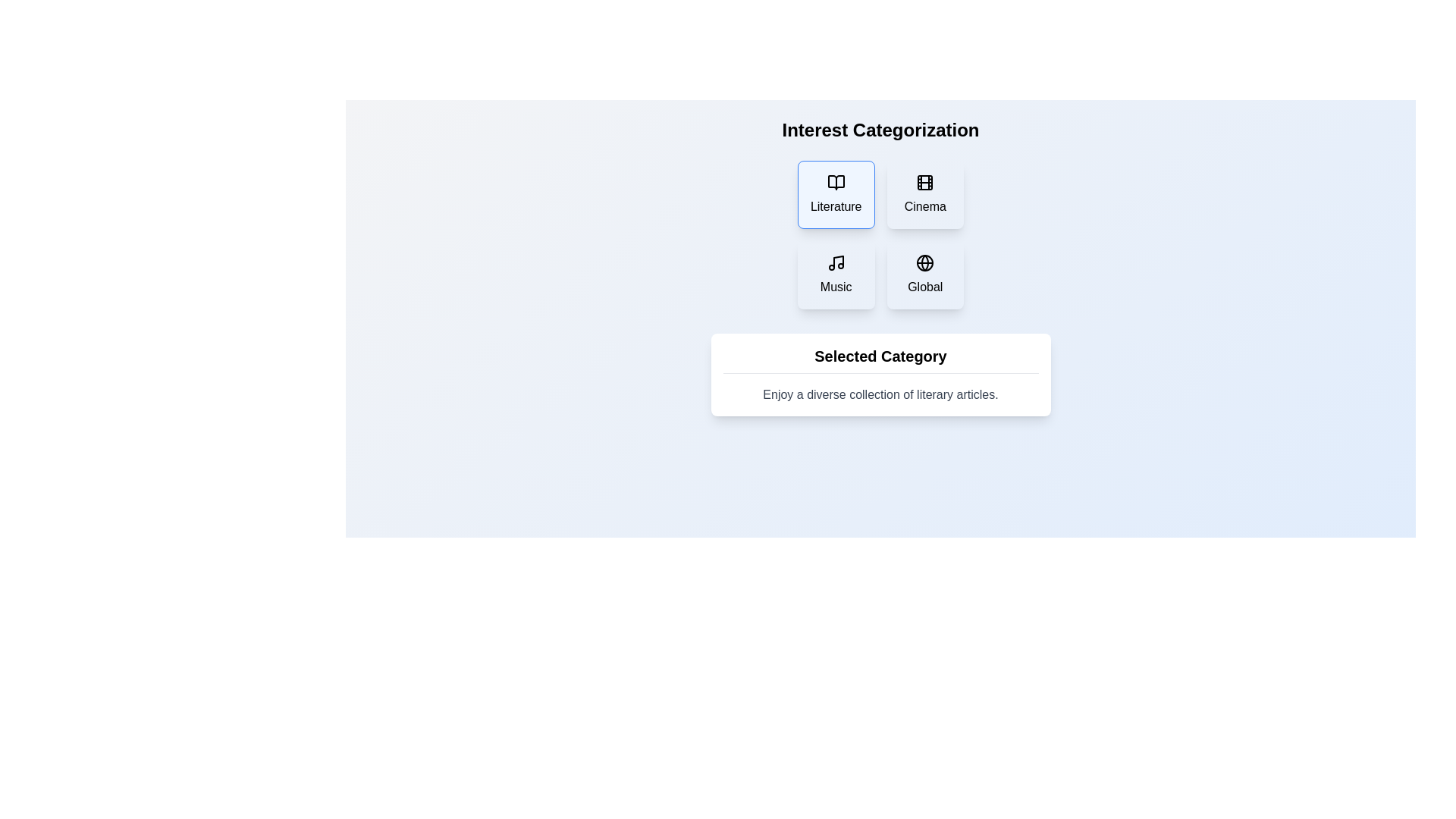  What do you see at coordinates (924, 287) in the screenshot?
I see `the text label displaying 'Global' which is located in the bottom-right card of a four-card grid layout, directly below the globe icon` at bounding box center [924, 287].